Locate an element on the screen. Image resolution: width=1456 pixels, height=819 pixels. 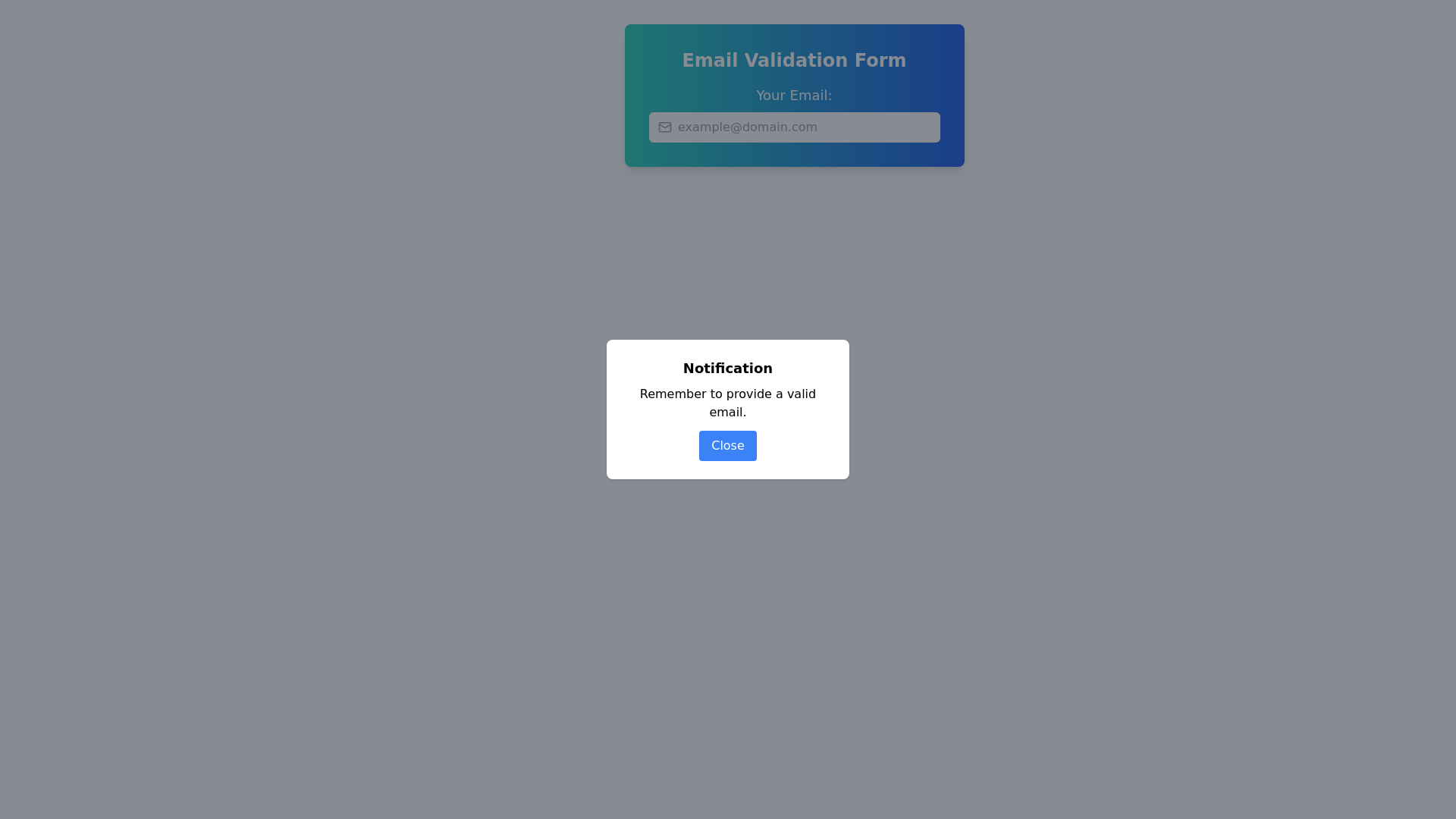
the bold, large-sized text label reading 'Notification', which is positioned at the top of a white, rounded rectangular message box is located at coordinates (728, 369).